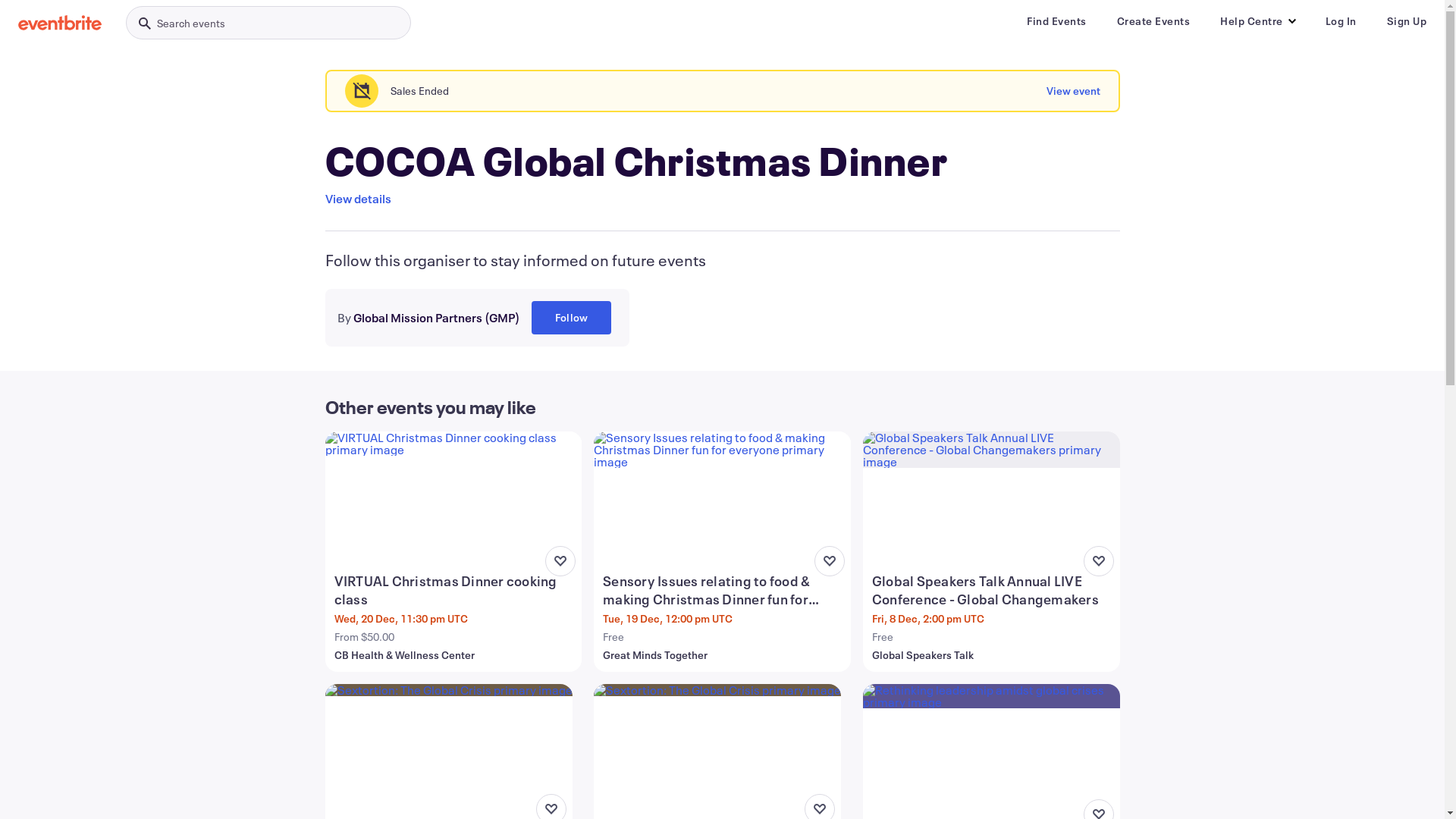 The image size is (1456, 819). What do you see at coordinates (1056, 20) in the screenshot?
I see `'Find Events'` at bounding box center [1056, 20].